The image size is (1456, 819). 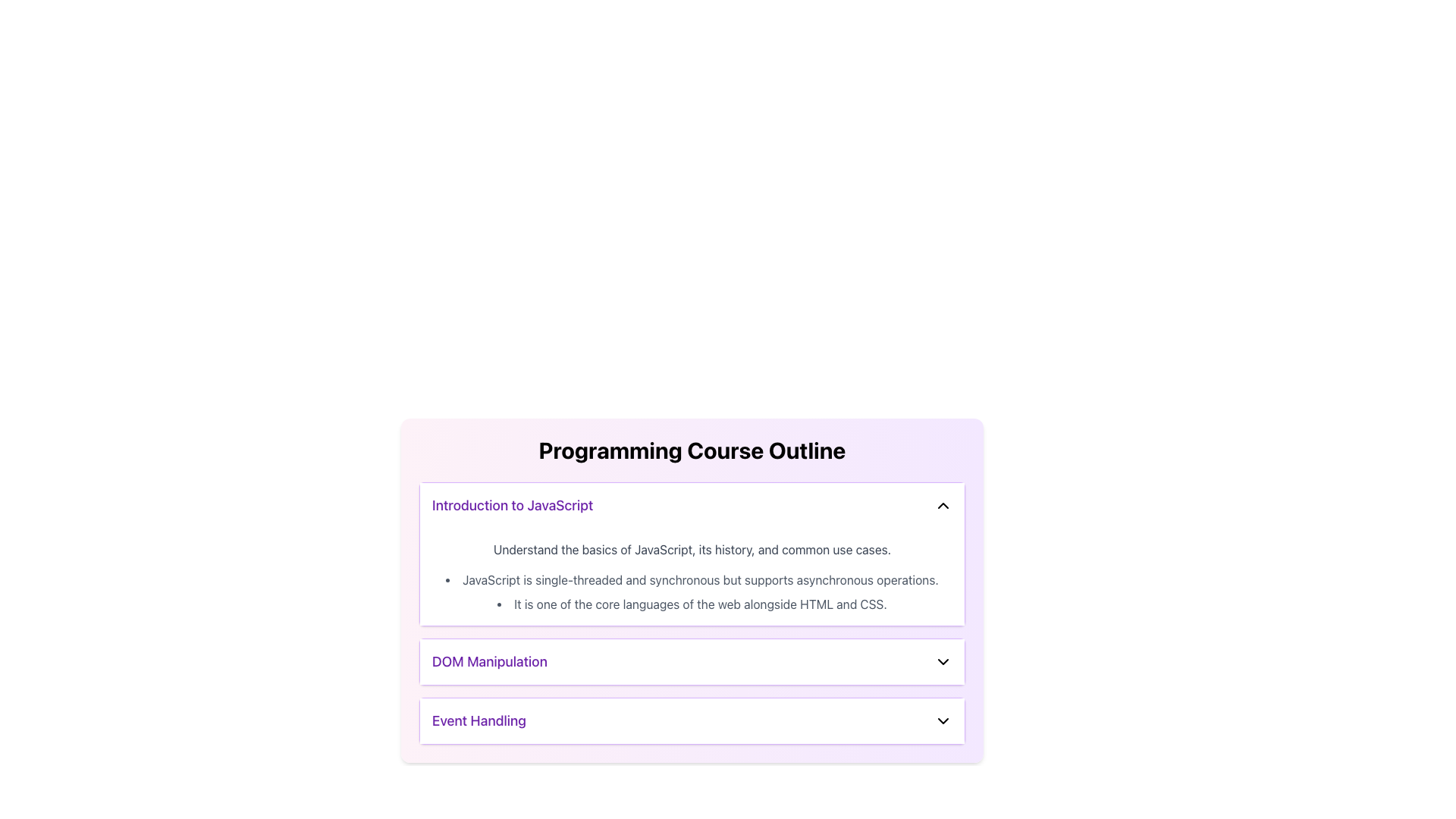 What do you see at coordinates (942, 720) in the screenshot?
I see `the collapsible section icon located at the far right of the 'Event Handling' entry` at bounding box center [942, 720].